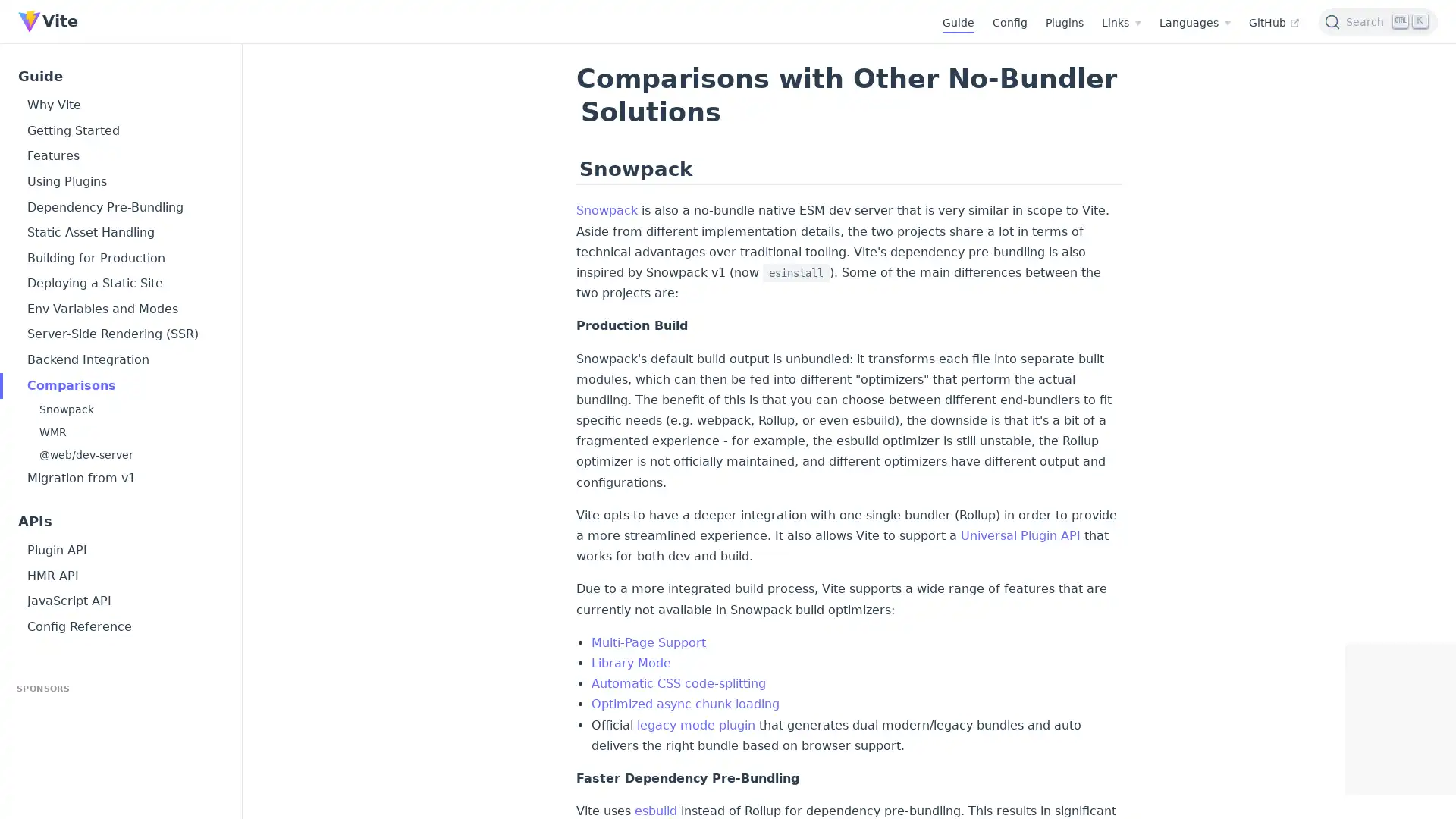 The height and width of the screenshot is (819, 1456). What do you see at coordinates (1378, 20) in the screenshot?
I see `Search` at bounding box center [1378, 20].